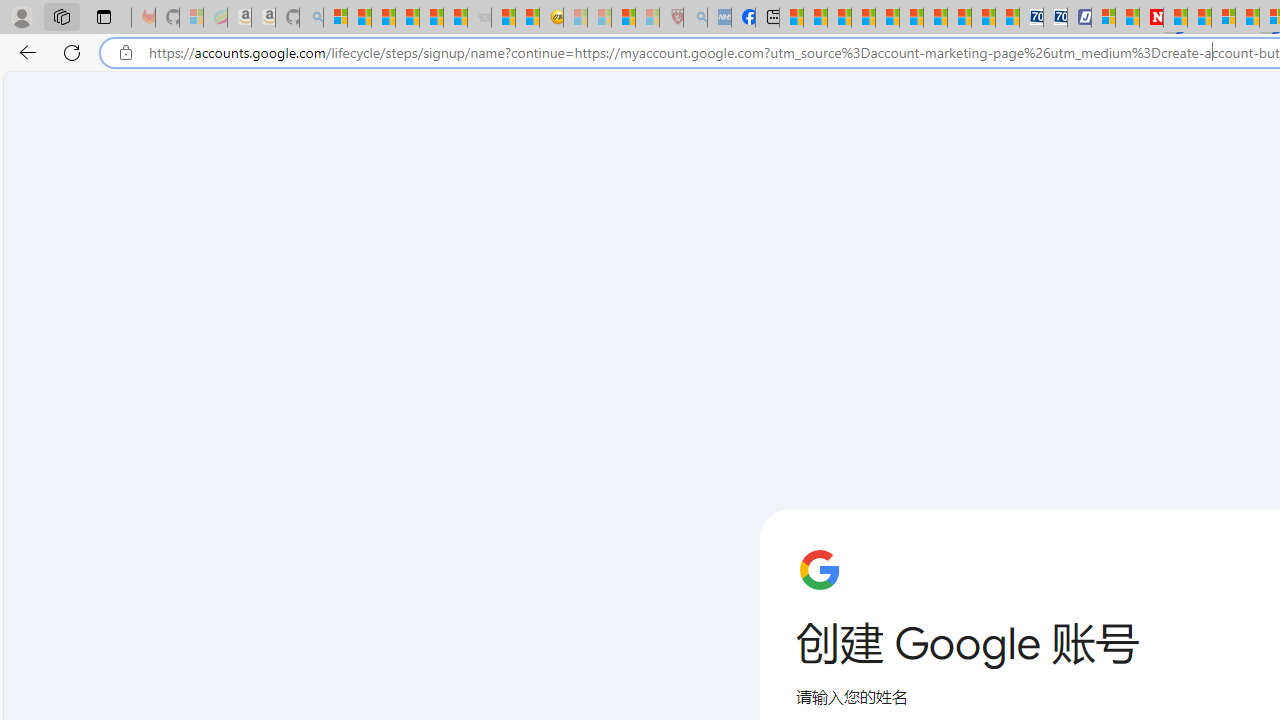 This screenshot has height=720, width=1280. I want to click on 'World - MSN', so click(839, 17).